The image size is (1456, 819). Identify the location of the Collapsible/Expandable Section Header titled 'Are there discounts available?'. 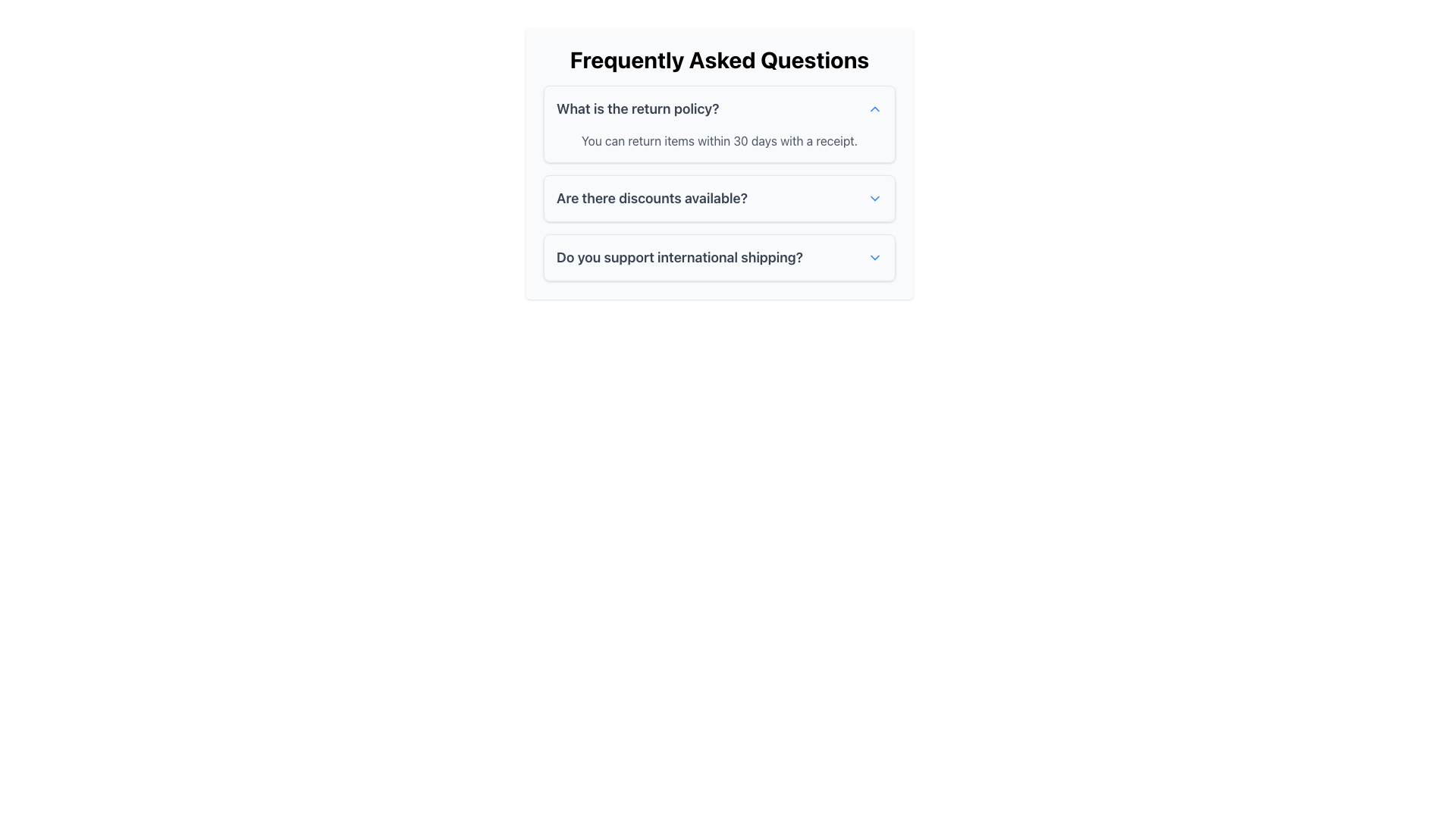
(719, 198).